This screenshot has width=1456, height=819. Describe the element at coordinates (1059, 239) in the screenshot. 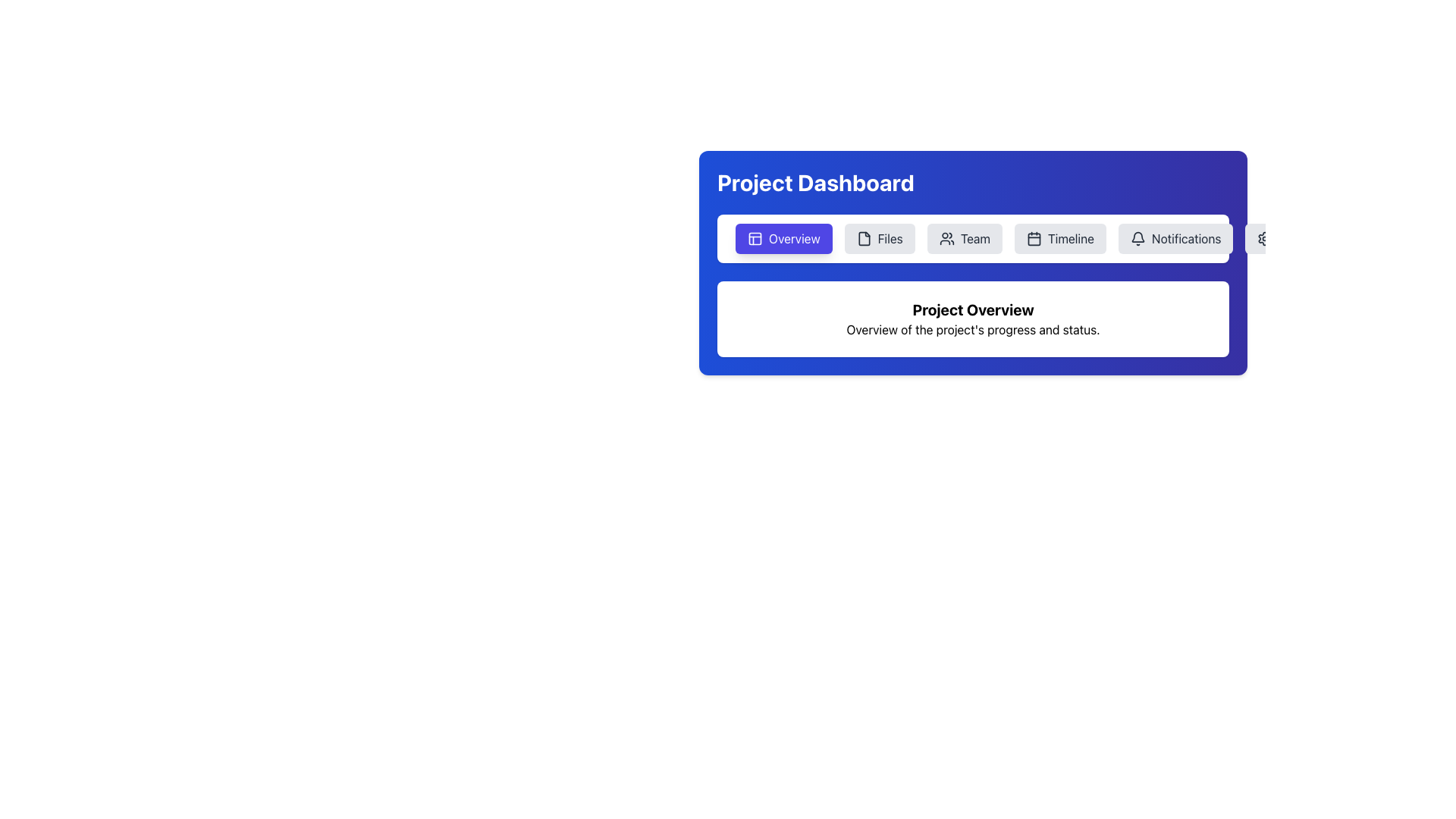

I see `the navigation button located in the navigation bar, positioned between 'Team' and 'Notifications'` at that location.